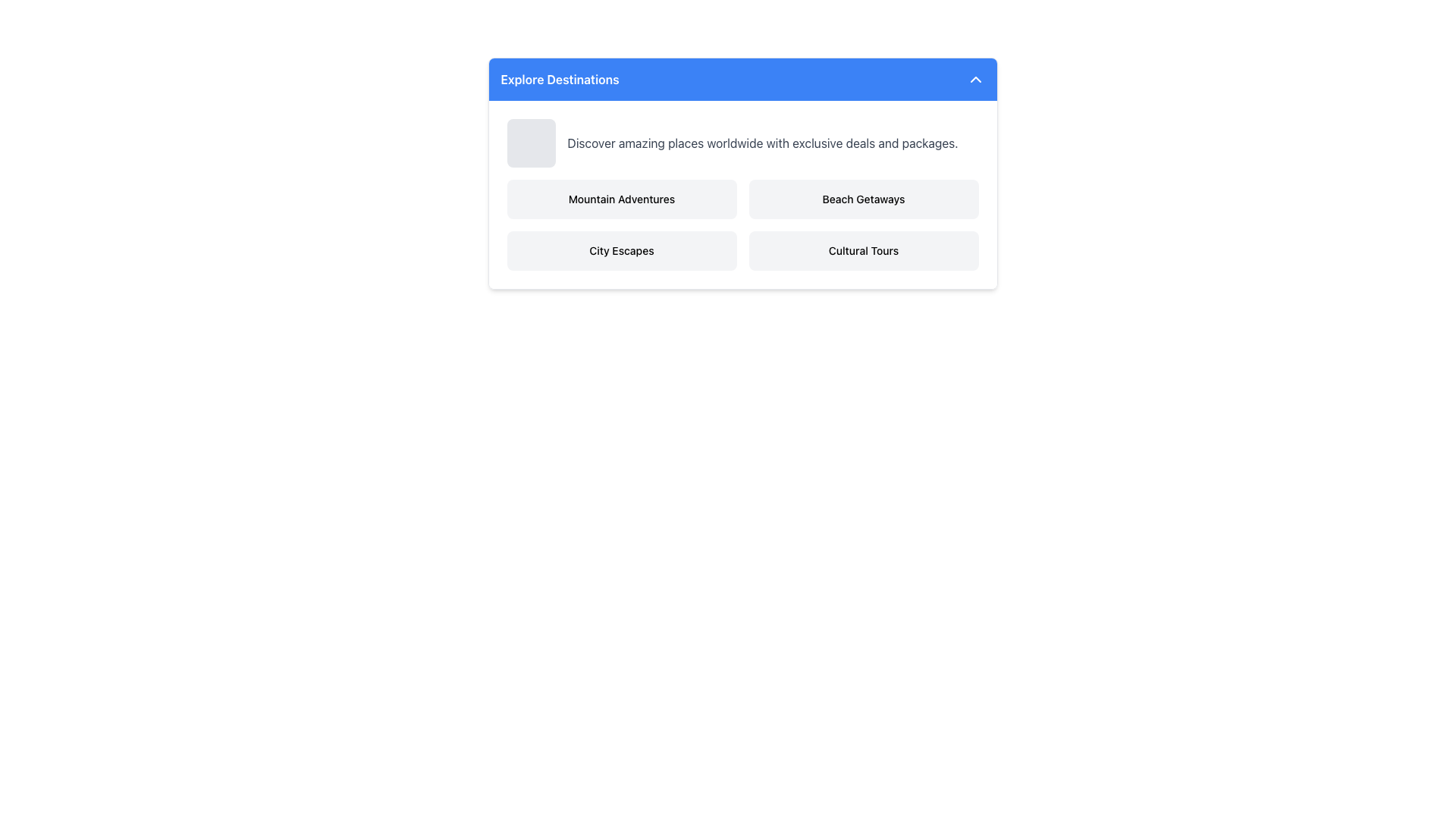 The image size is (1456, 819). Describe the element at coordinates (863, 198) in the screenshot. I see `the 'Beach Getaways' text label inside the light gray rounded rectangle button` at that location.